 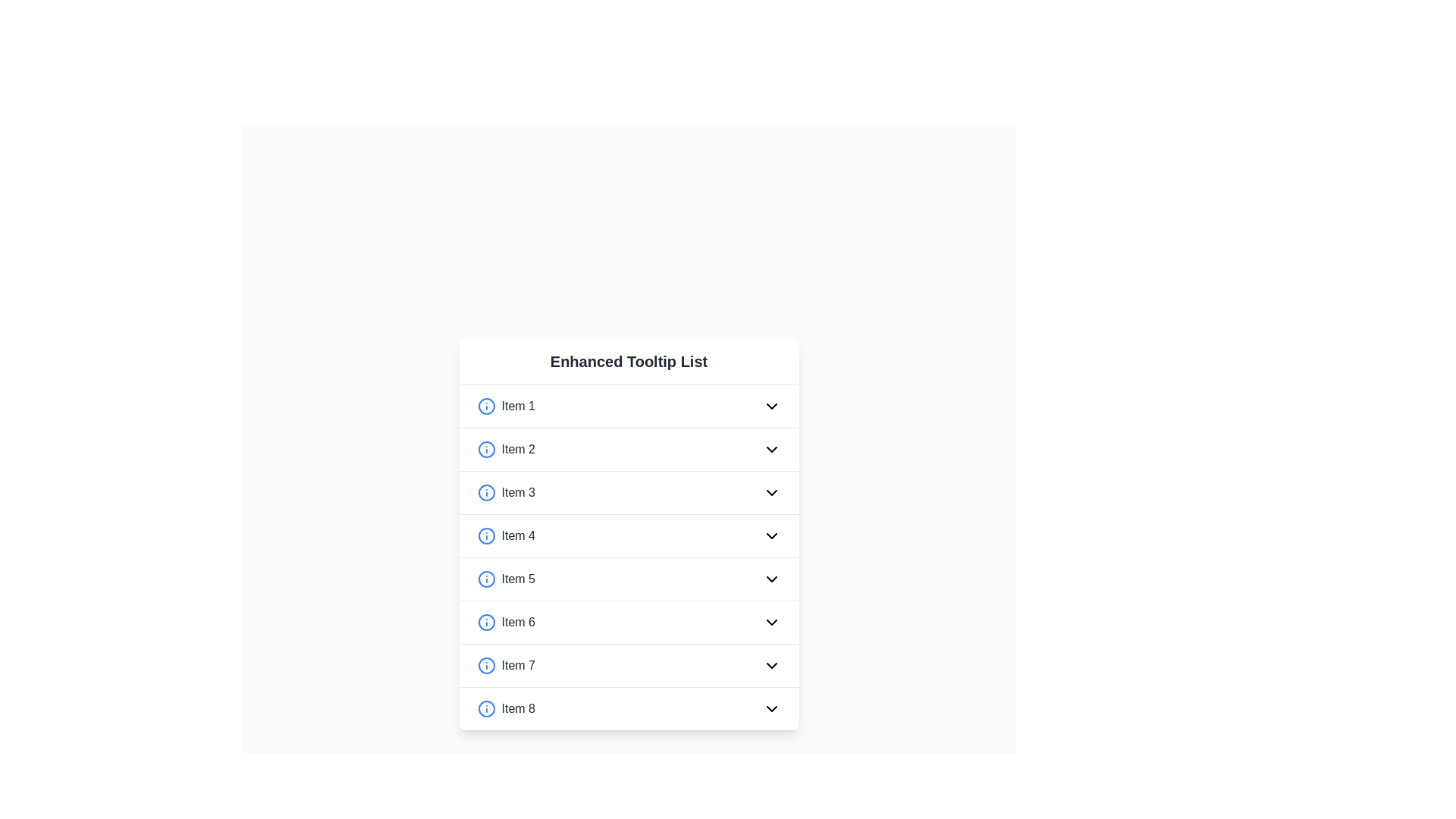 What do you see at coordinates (629, 708) in the screenshot?
I see `the interactive list item labeled 'Item 8'` at bounding box center [629, 708].